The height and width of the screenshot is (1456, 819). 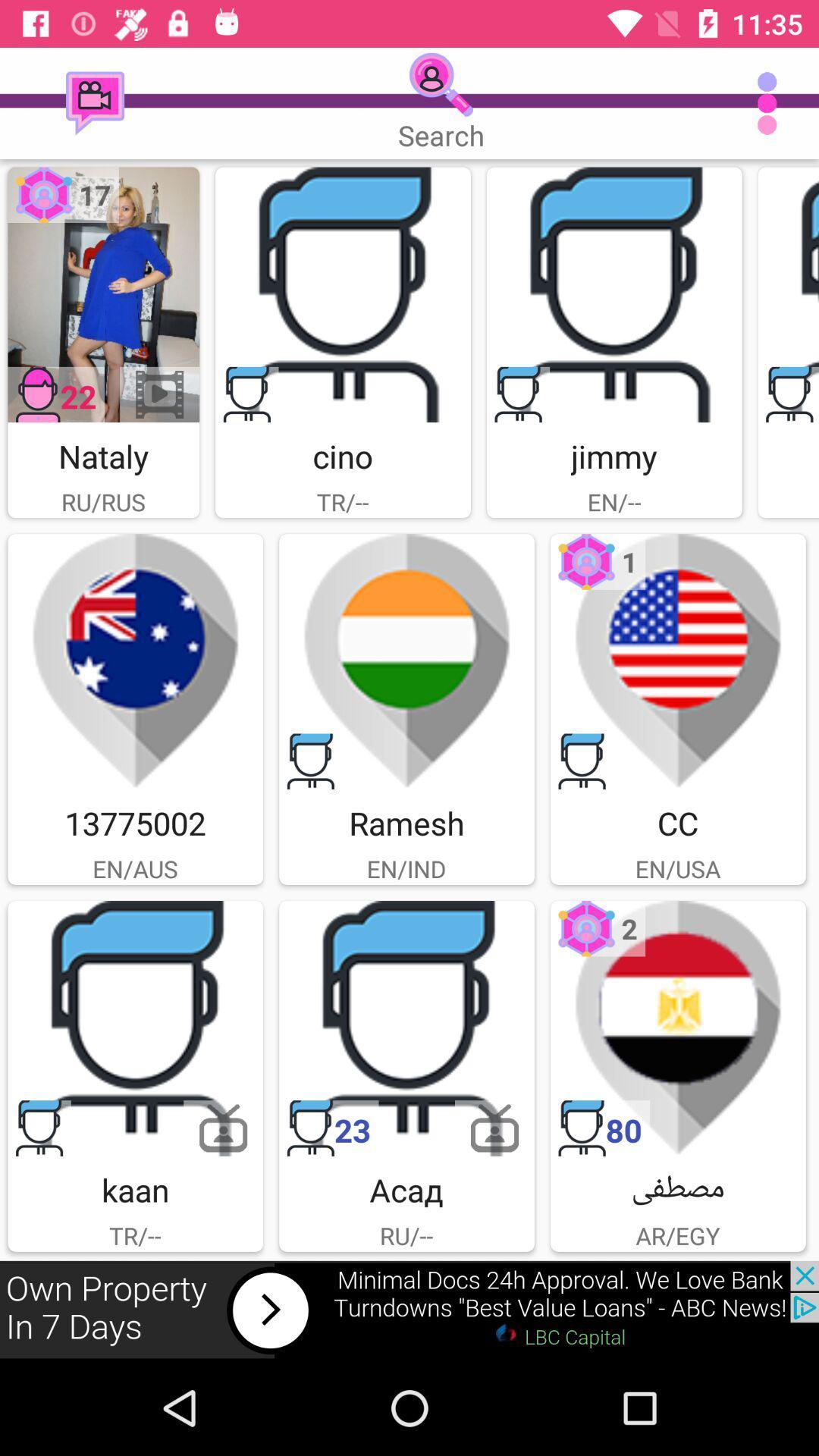 I want to click on advertisement, so click(x=134, y=661).